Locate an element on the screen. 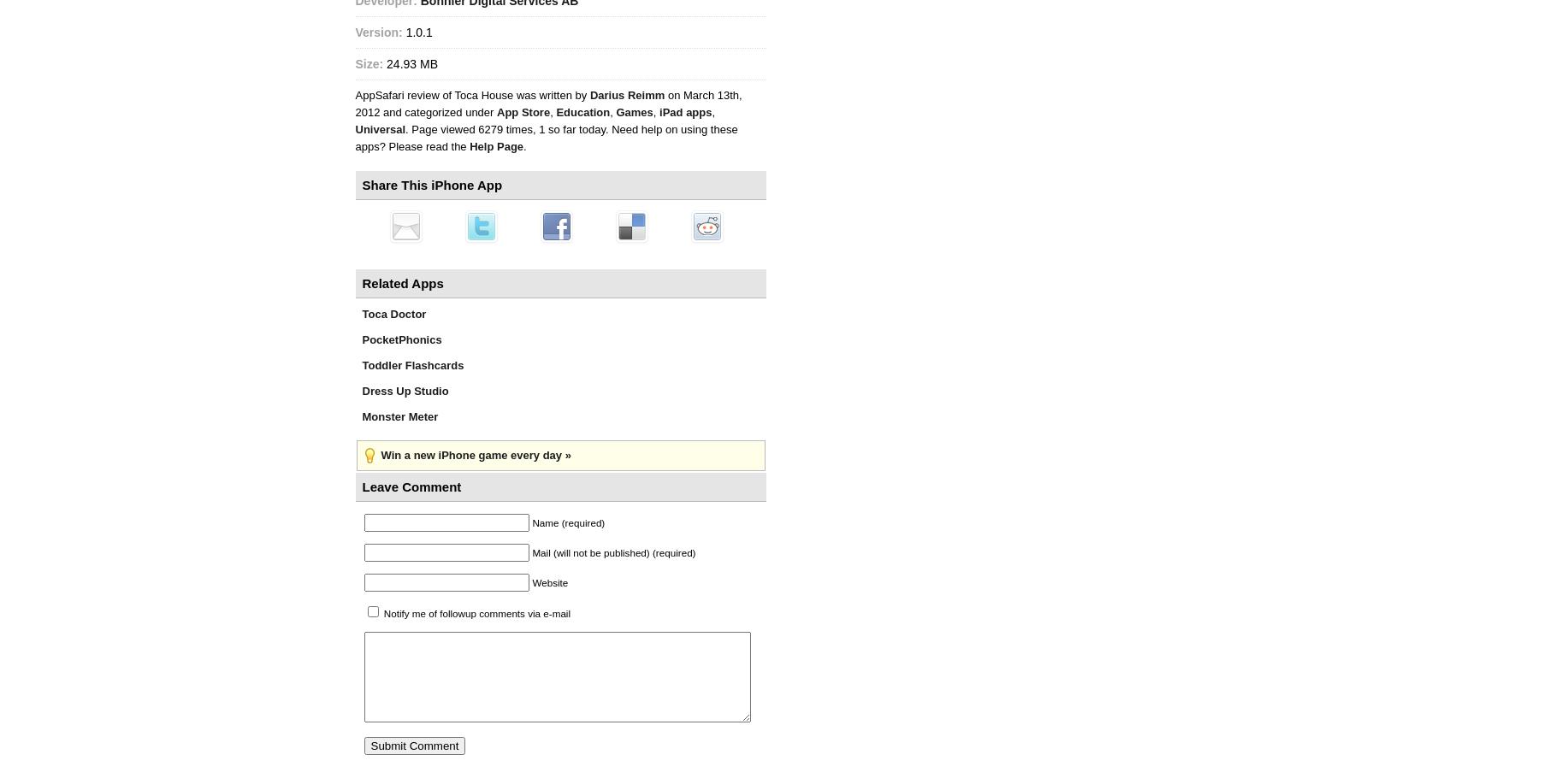 This screenshot has width=1549, height=784. 'AppSafari' is located at coordinates (381, 94).